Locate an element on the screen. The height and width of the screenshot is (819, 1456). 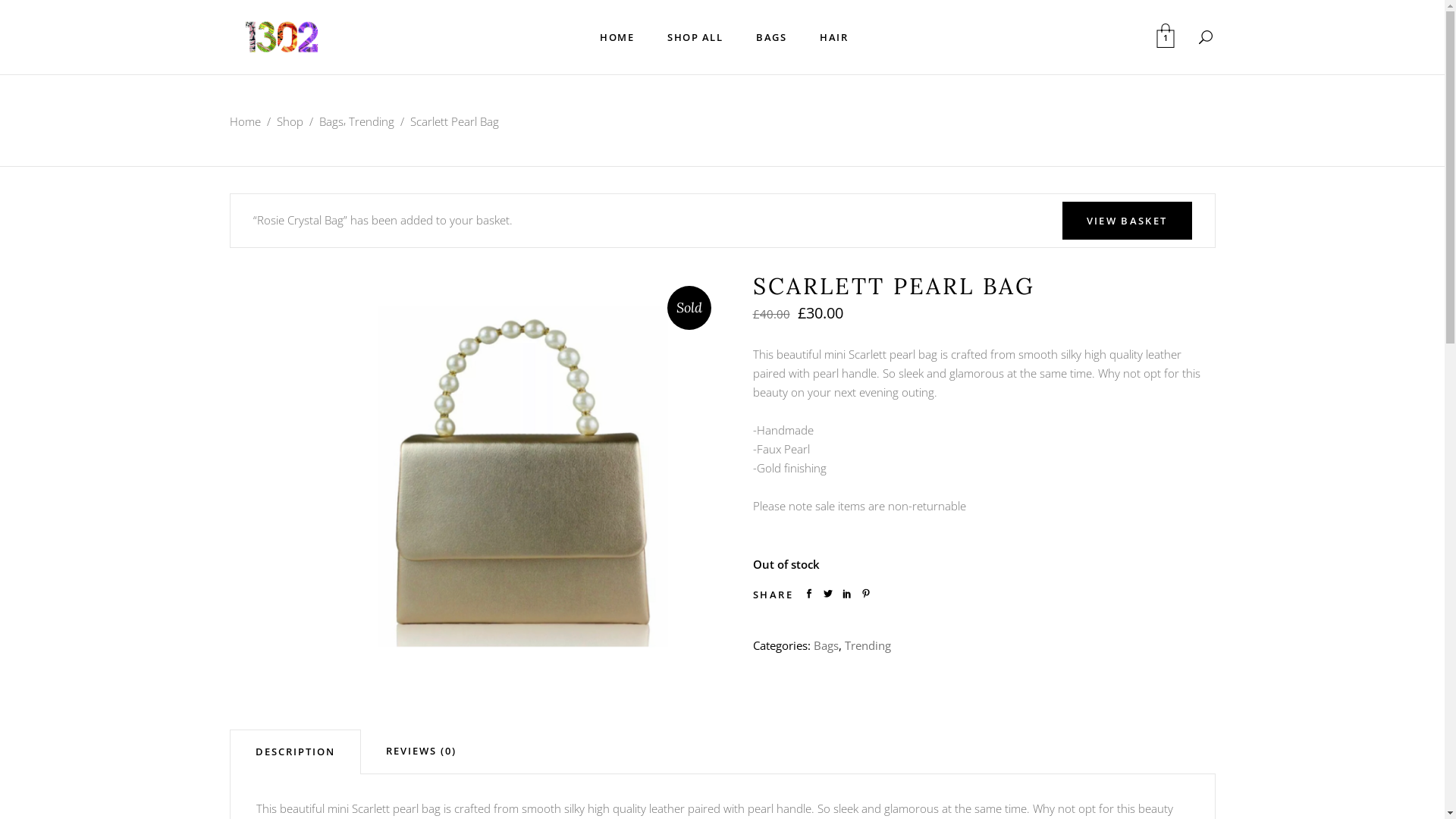
'BAGS' is located at coordinates (771, 36).